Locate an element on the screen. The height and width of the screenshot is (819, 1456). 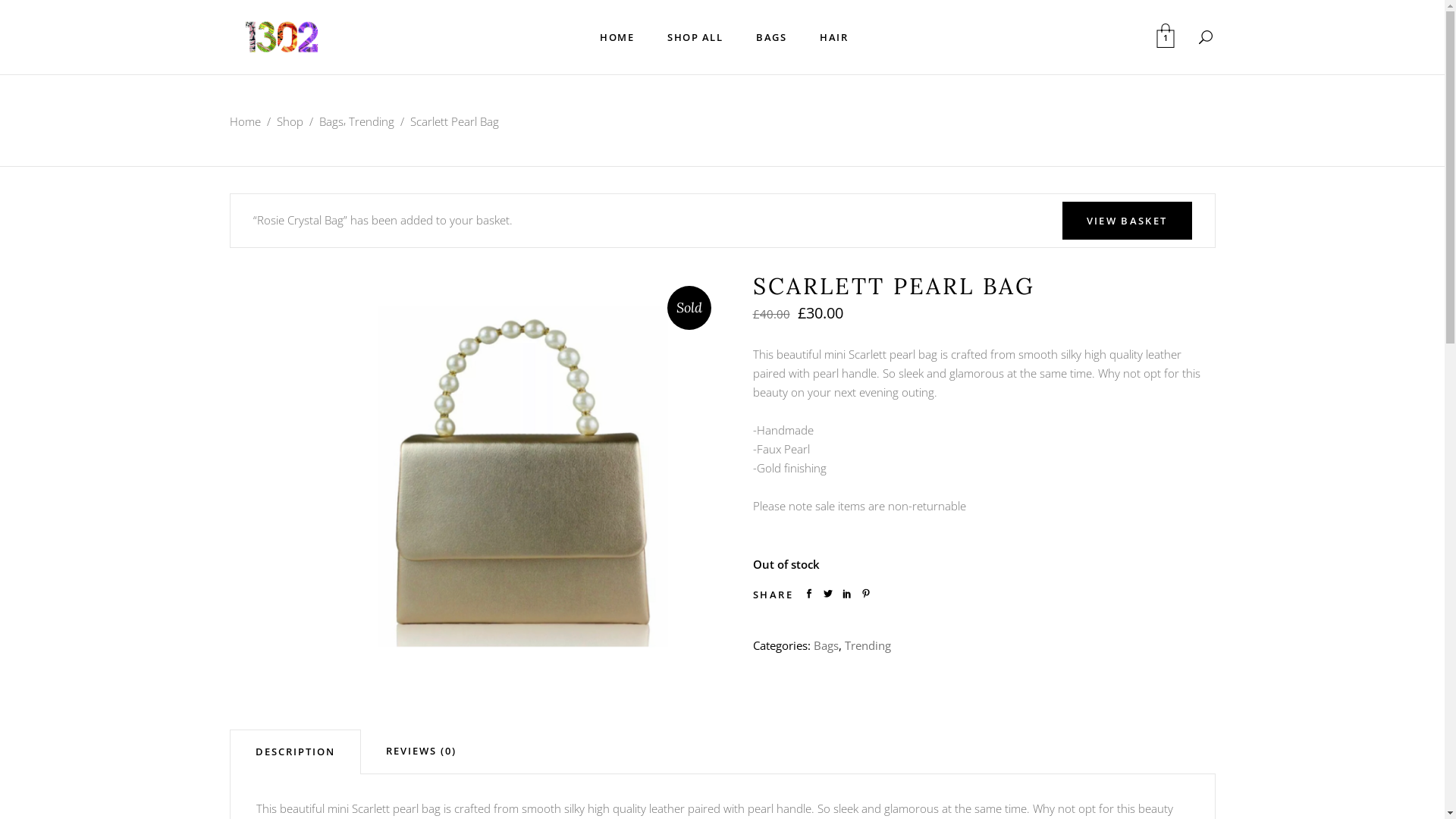
'BAGS' is located at coordinates (771, 36).